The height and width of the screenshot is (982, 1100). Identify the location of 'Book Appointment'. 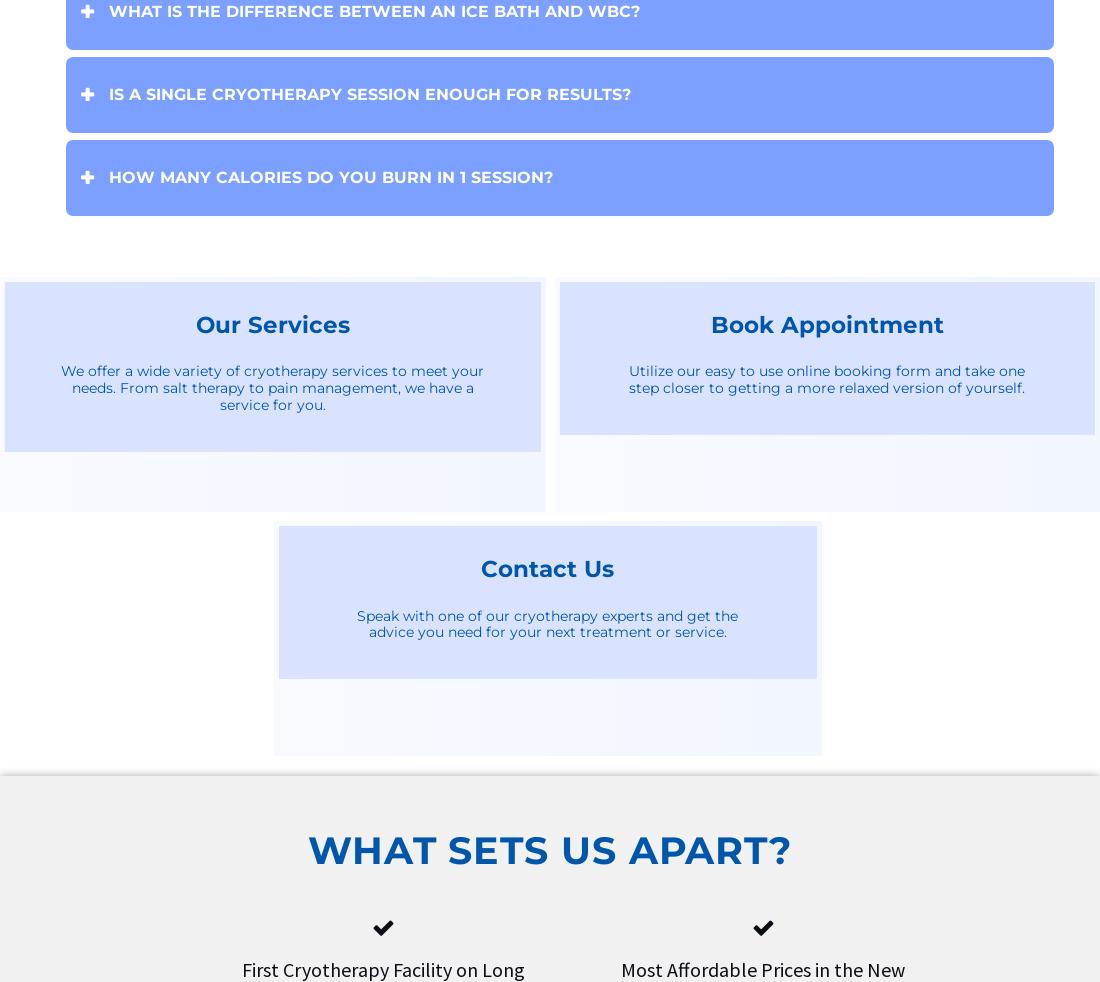
(825, 323).